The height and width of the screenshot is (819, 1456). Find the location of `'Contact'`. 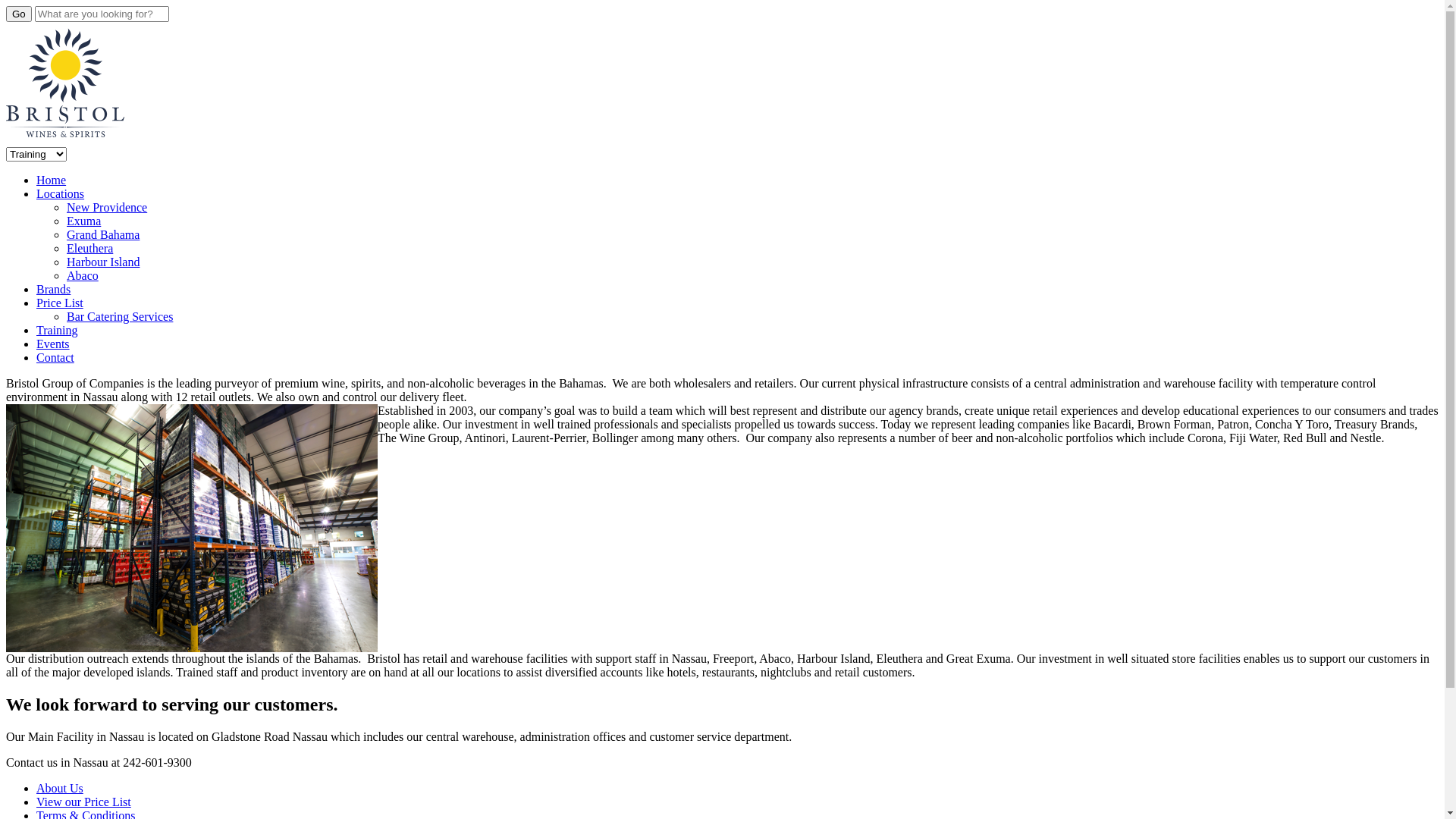

'Contact' is located at coordinates (55, 357).